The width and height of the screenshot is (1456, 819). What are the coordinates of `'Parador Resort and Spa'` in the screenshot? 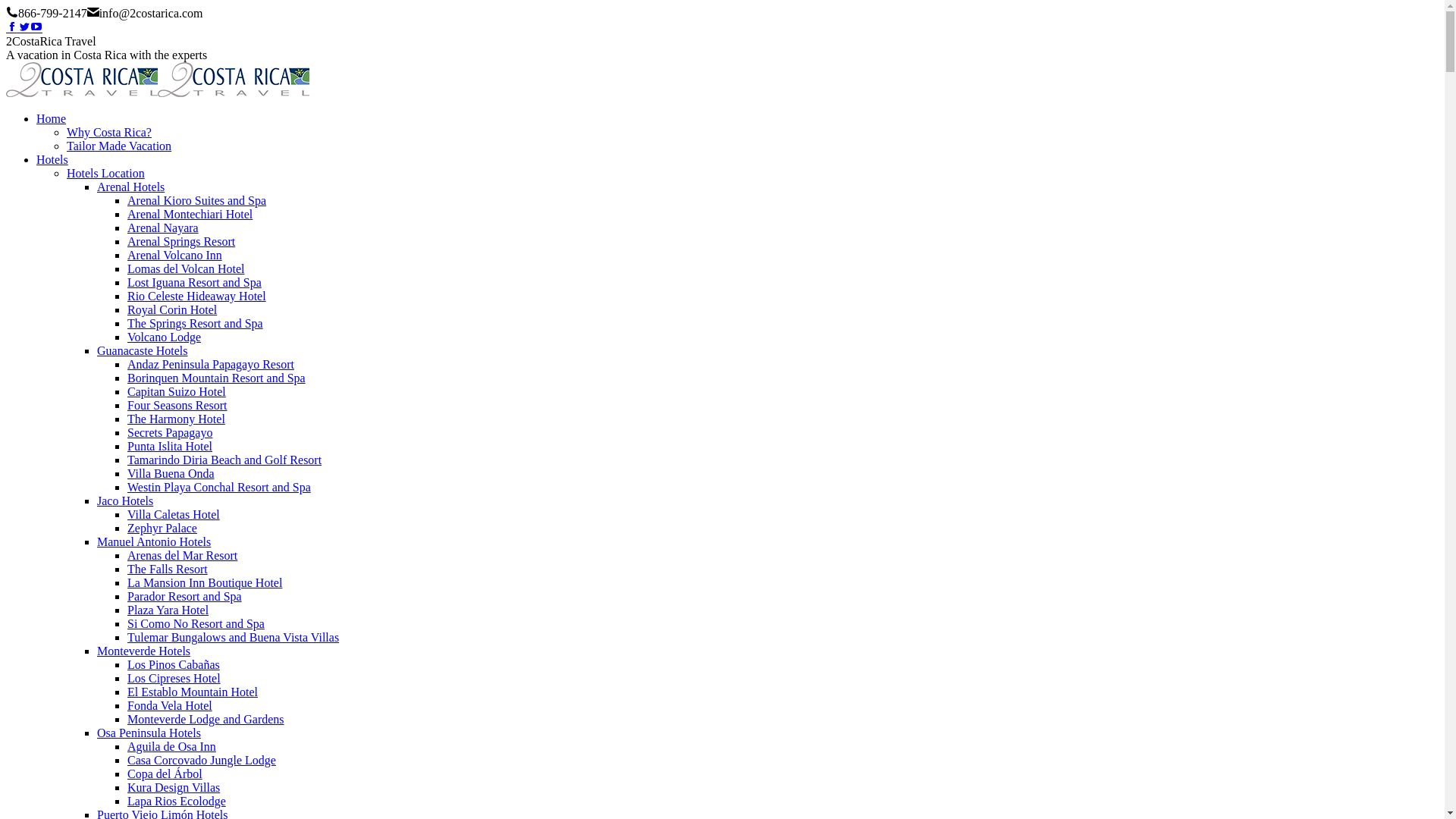 It's located at (127, 595).